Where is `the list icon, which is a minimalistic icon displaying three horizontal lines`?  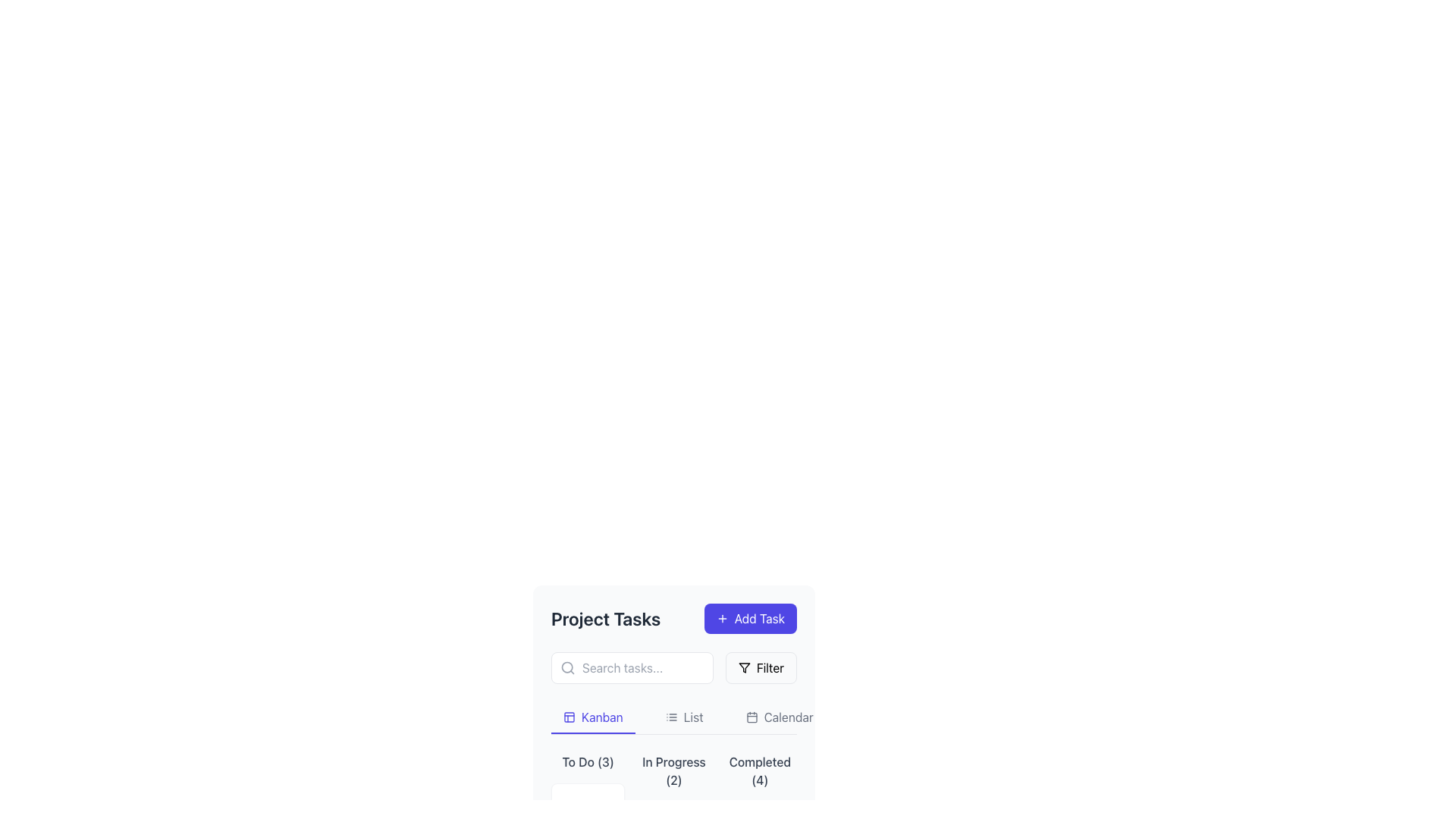 the list icon, which is a minimalistic icon displaying three horizontal lines is located at coordinates (670, 717).